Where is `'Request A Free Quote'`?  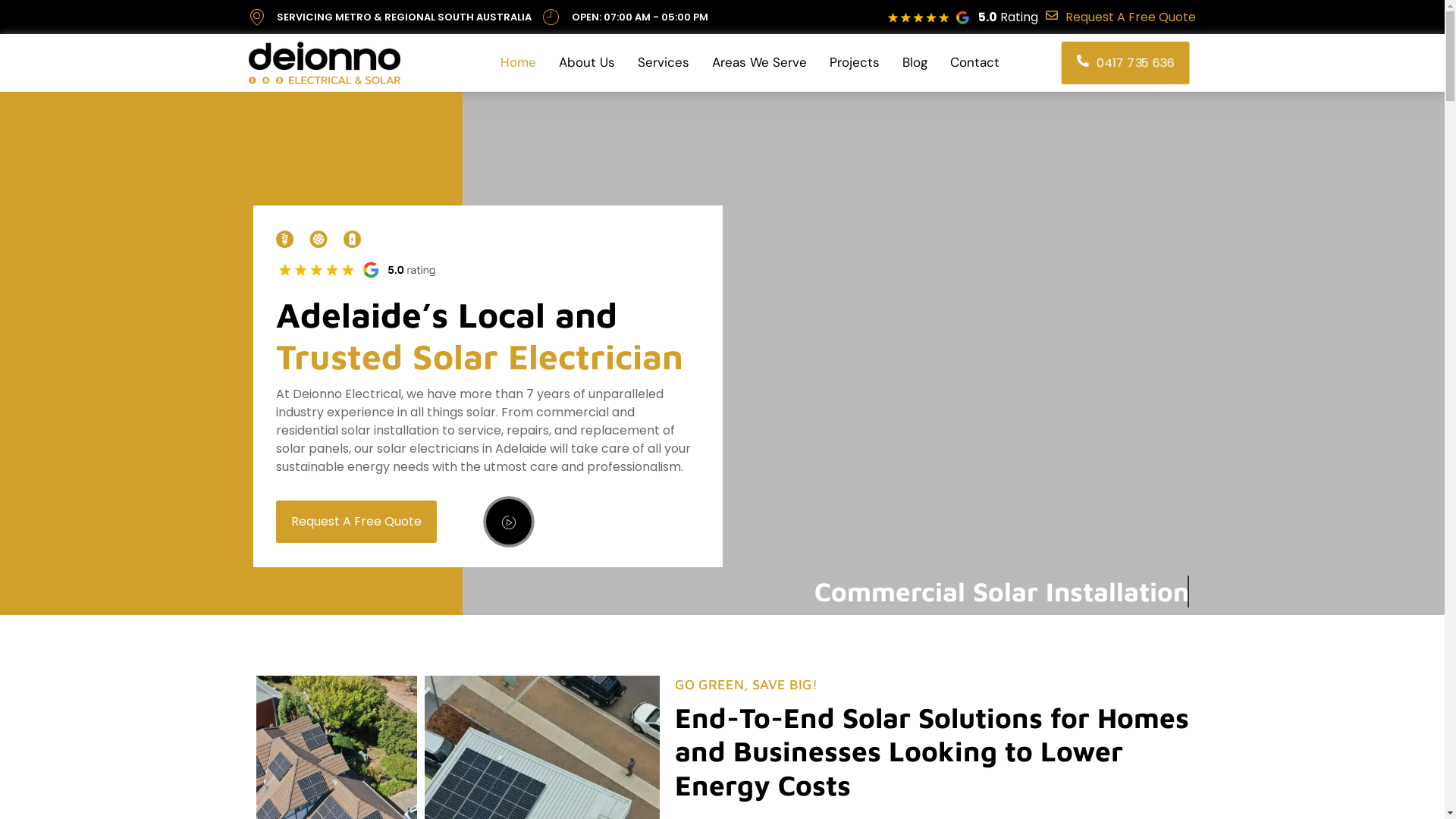
'Request A Free Quote' is located at coordinates (1121, 17).